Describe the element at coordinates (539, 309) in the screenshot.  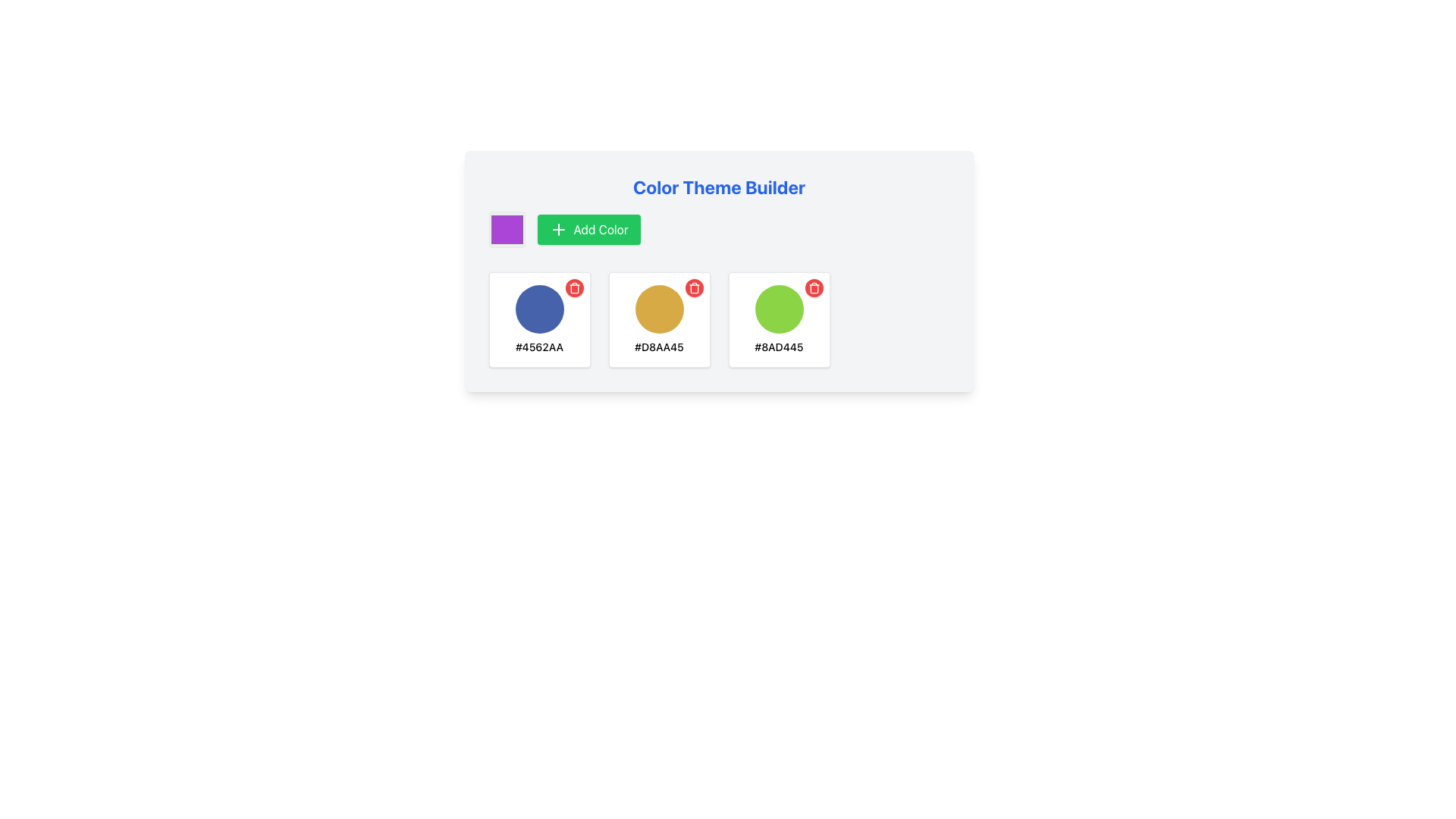
I see `the first circular blue color swatch with a smooth appearance located inside a white bordered box` at that location.